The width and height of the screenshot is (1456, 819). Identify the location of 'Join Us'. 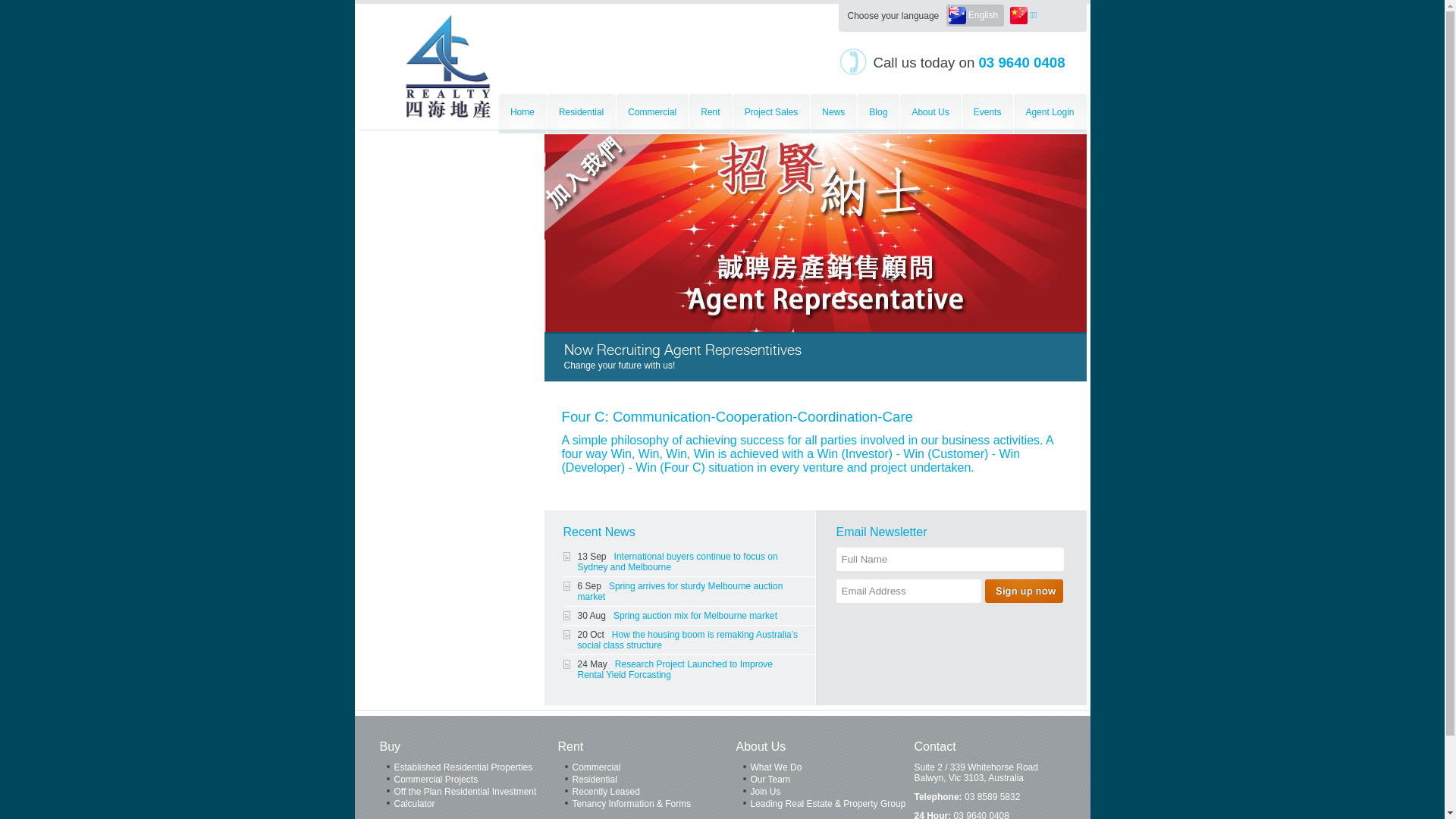
(824, 792).